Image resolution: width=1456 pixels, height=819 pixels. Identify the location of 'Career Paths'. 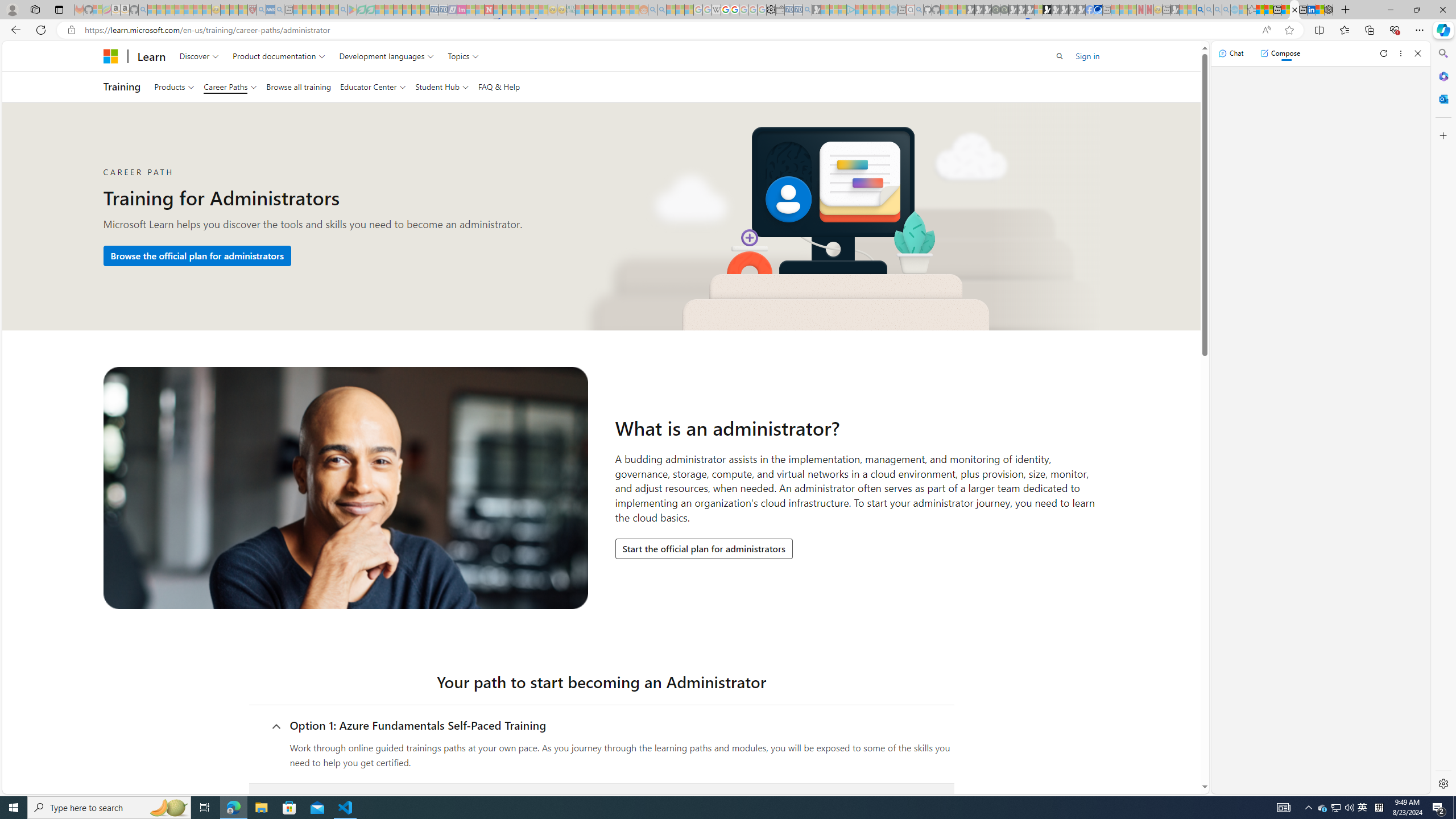
(230, 86).